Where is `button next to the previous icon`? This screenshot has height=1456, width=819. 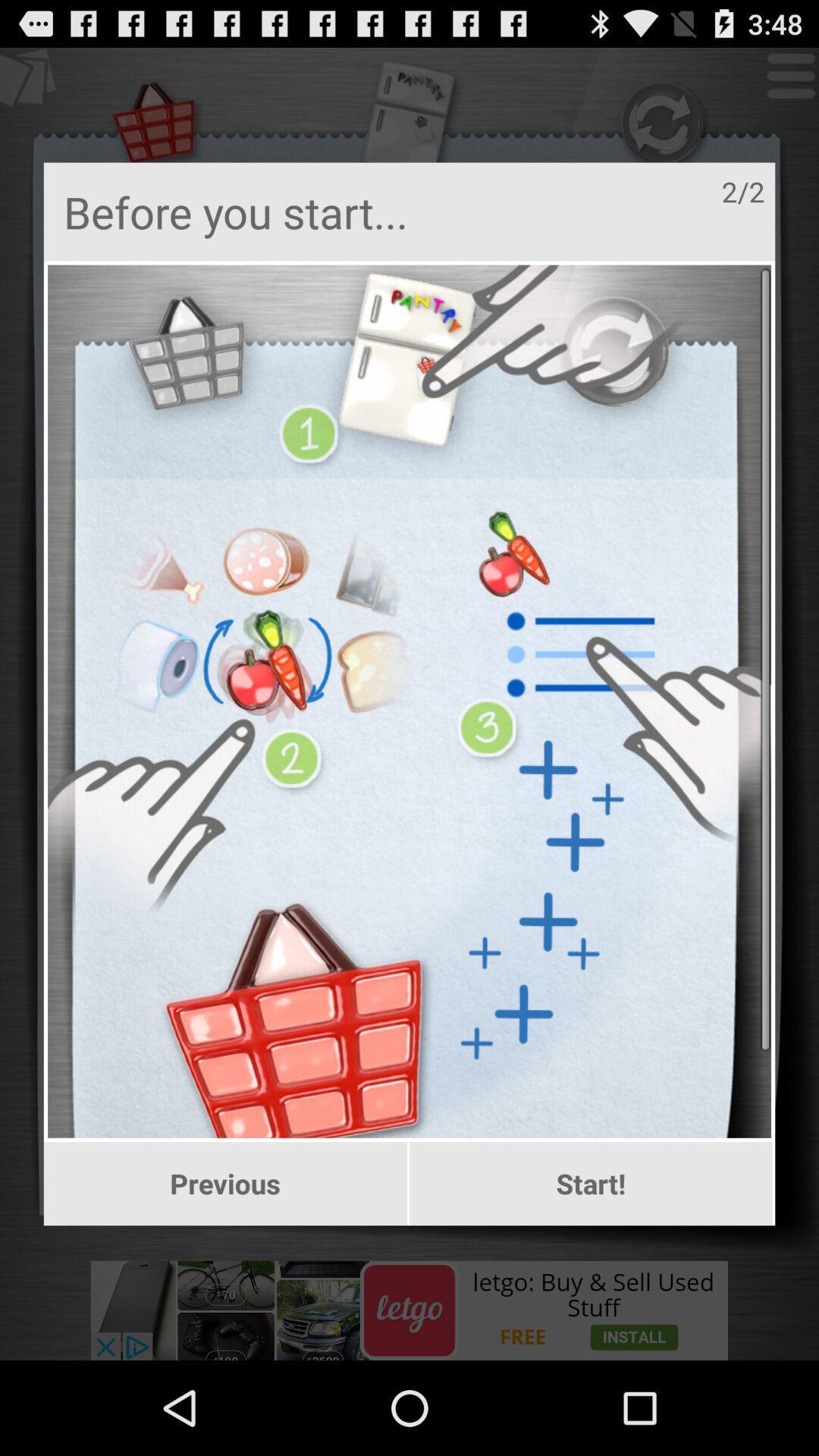
button next to the previous icon is located at coordinates (590, 1183).